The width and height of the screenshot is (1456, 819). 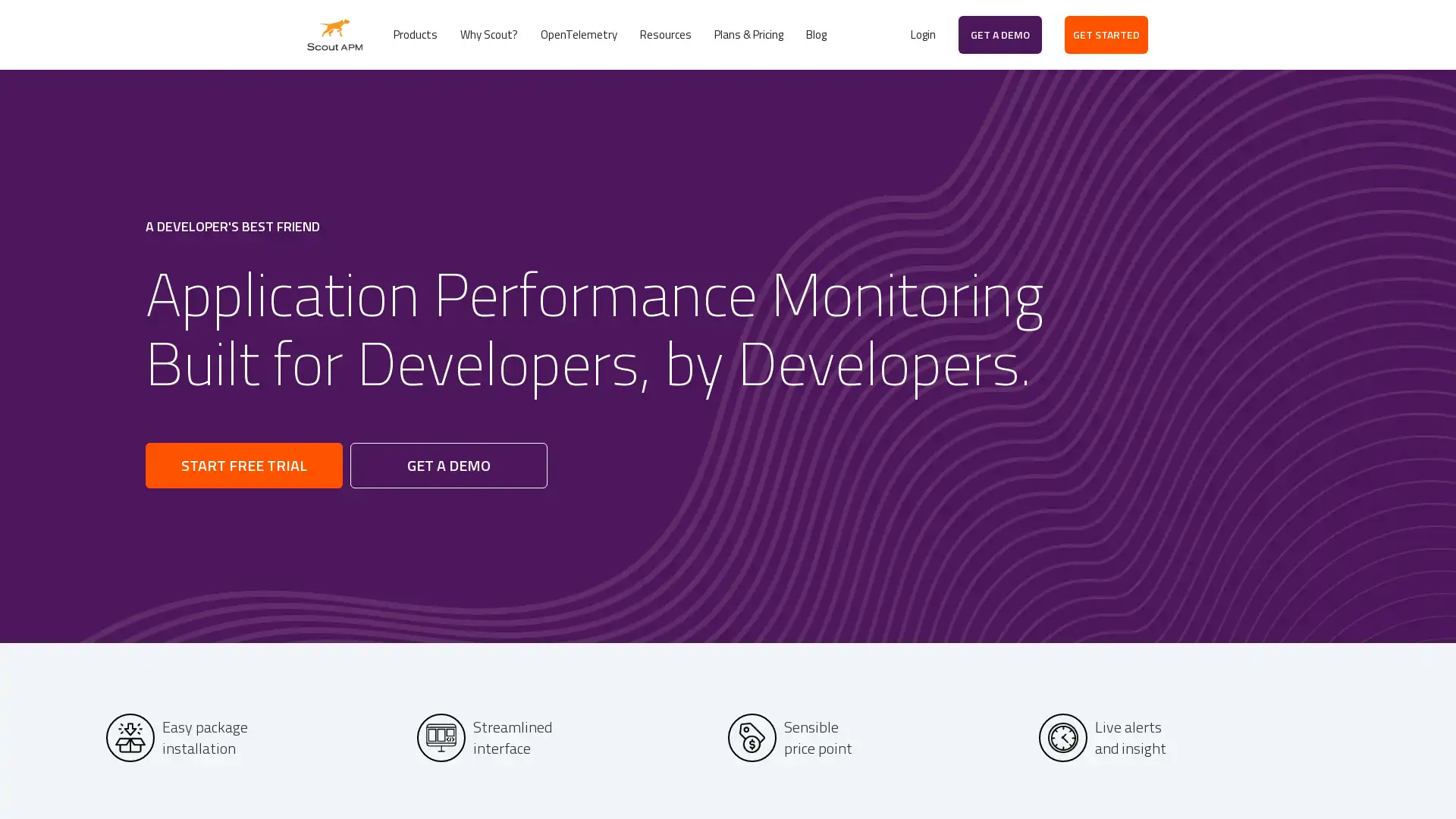 What do you see at coordinates (1000, 34) in the screenshot?
I see `GET A DEMO` at bounding box center [1000, 34].